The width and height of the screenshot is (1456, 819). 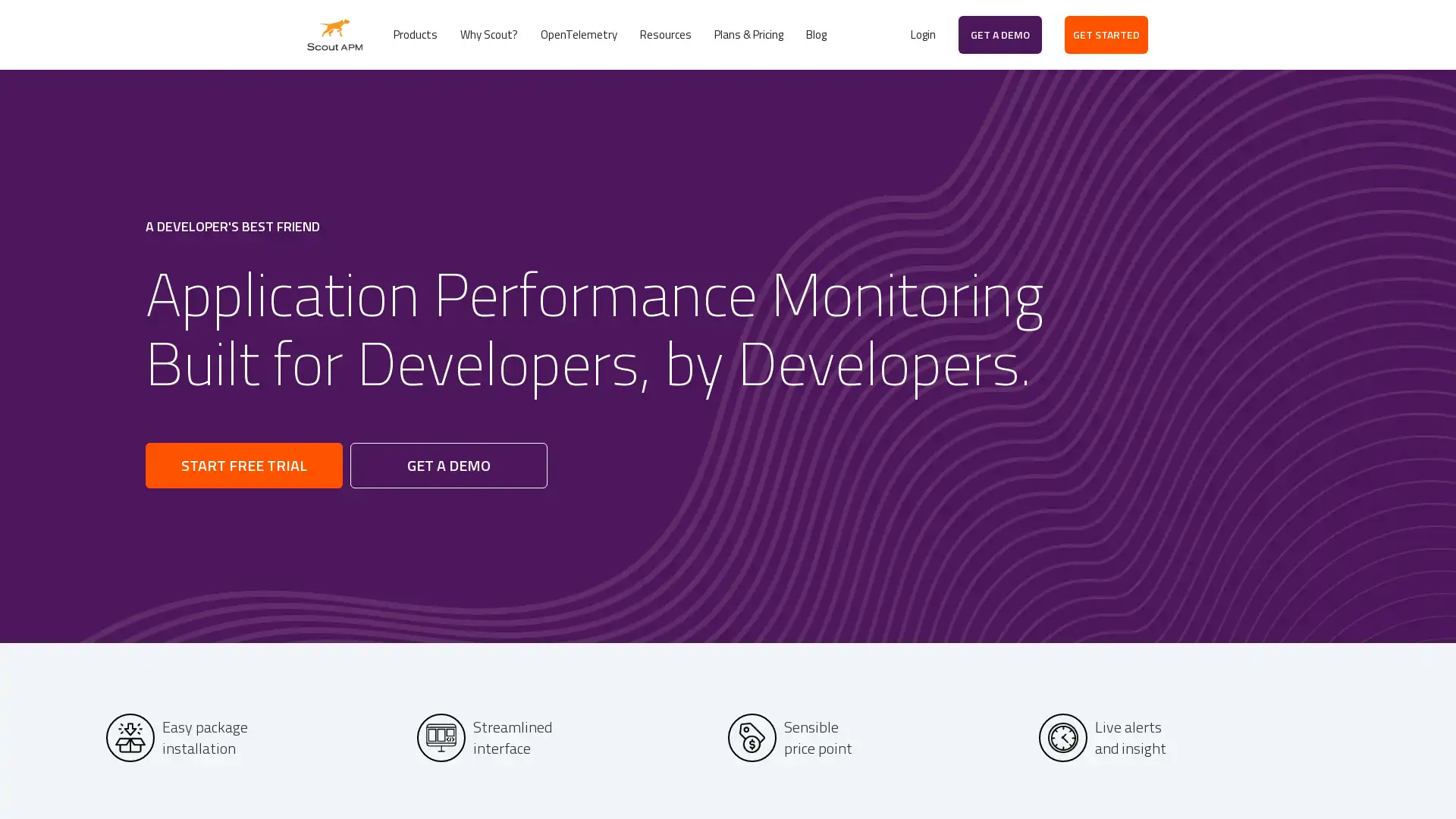 What do you see at coordinates (1000, 34) in the screenshot?
I see `GET A DEMO` at bounding box center [1000, 34].